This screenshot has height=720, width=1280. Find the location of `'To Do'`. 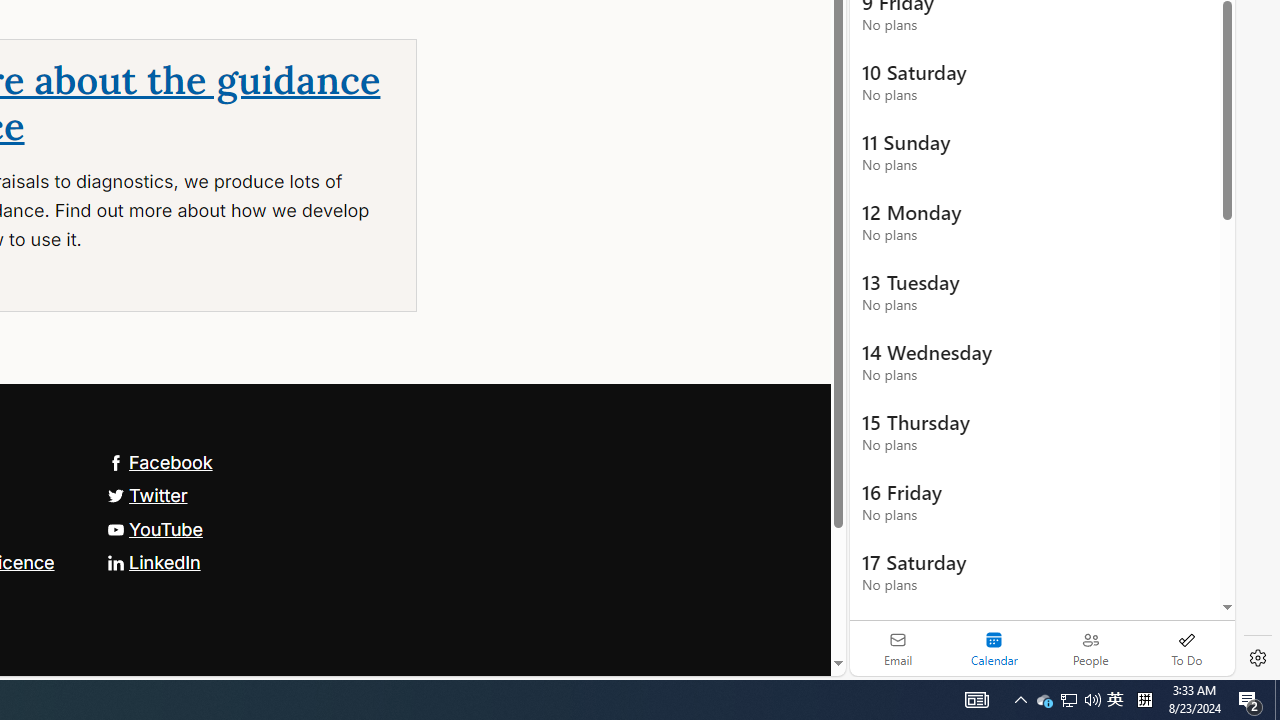

'To Do' is located at coordinates (1186, 648).